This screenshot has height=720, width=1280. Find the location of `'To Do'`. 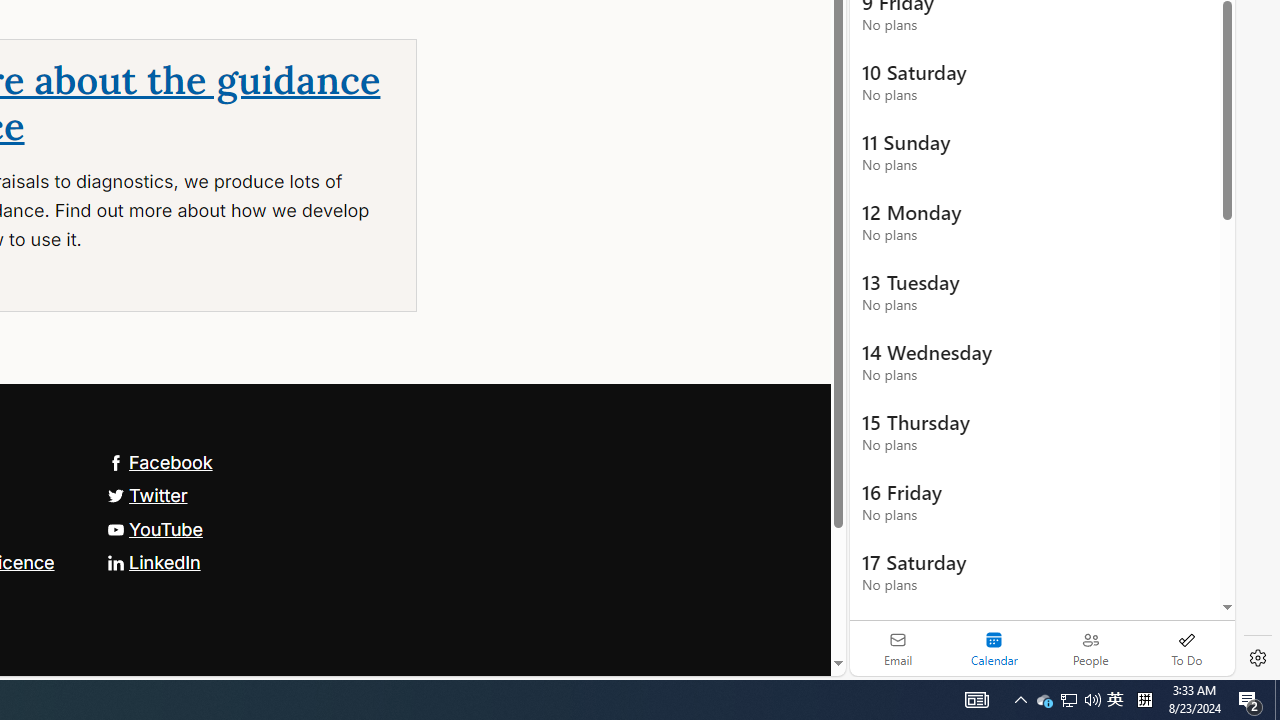

'To Do' is located at coordinates (1186, 648).